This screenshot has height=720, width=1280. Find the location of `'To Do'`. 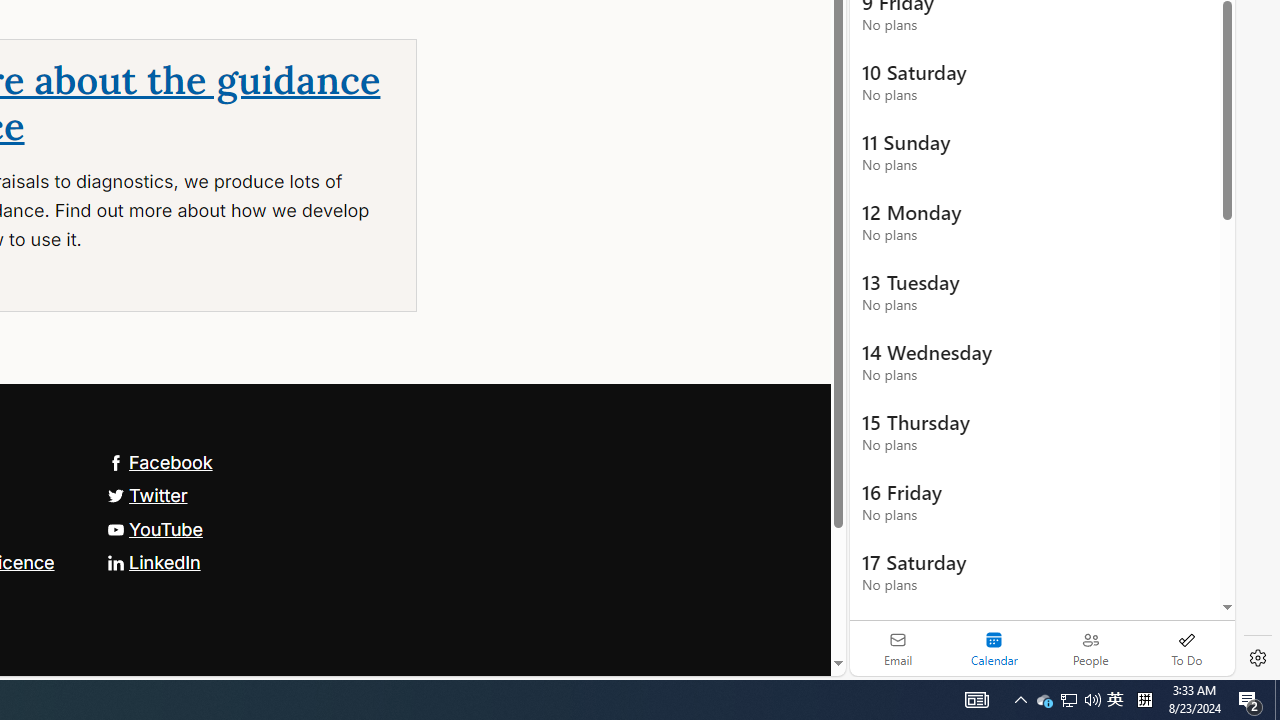

'To Do' is located at coordinates (1186, 648).